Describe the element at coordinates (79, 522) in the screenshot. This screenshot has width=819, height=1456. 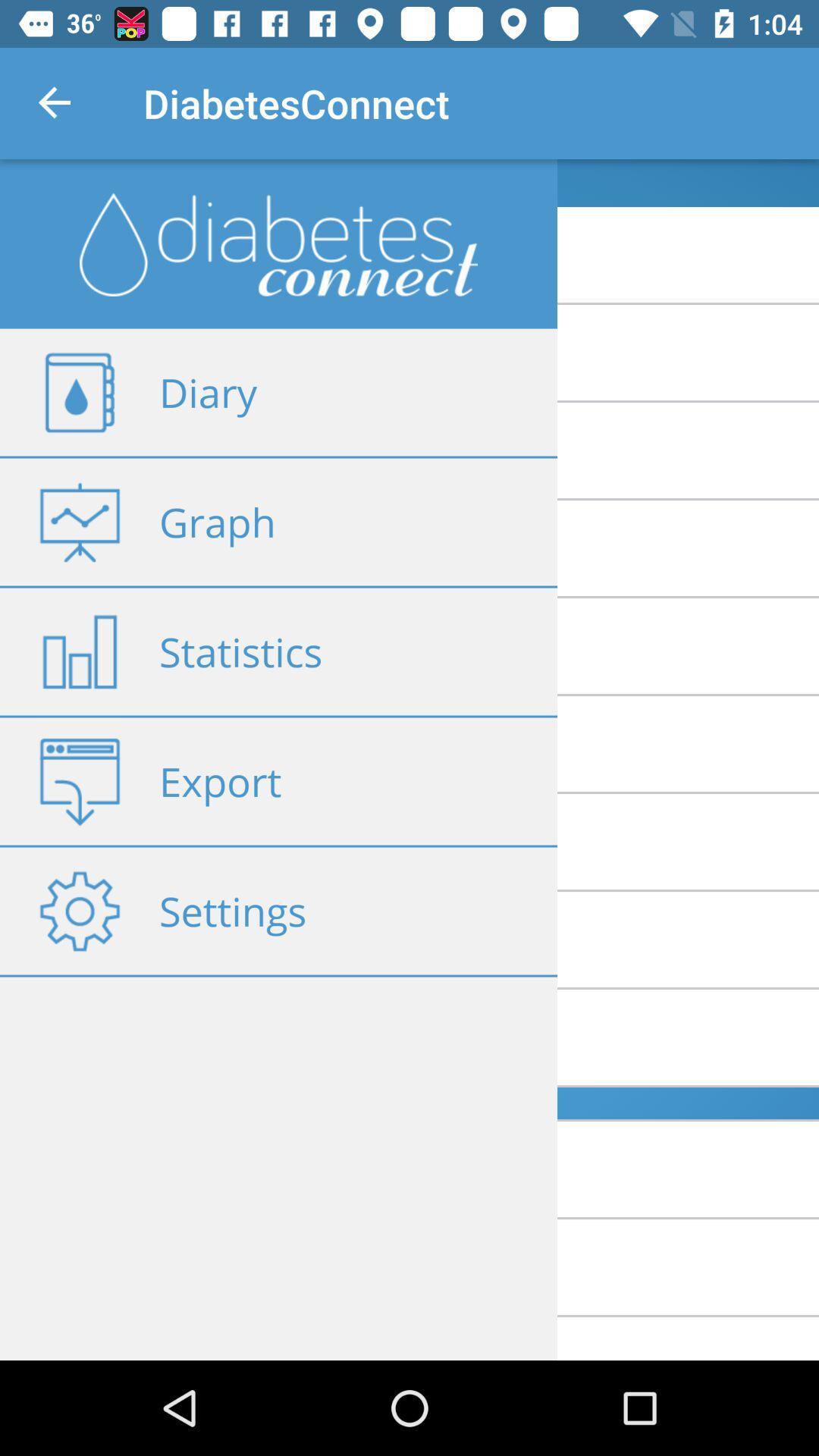
I see `the icon on the left side of graph` at that location.